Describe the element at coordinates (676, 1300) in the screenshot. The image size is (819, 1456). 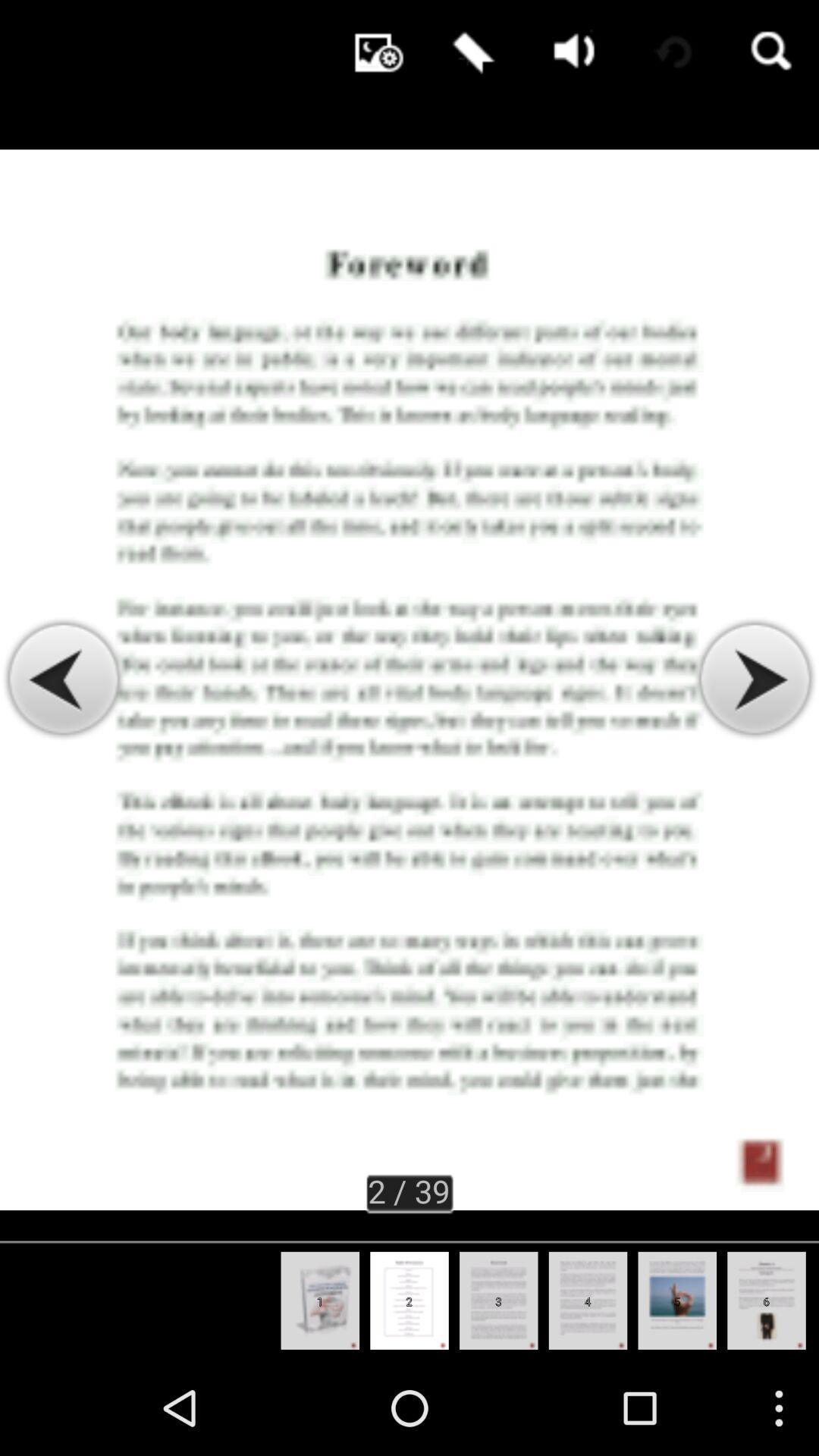
I see `fifth image at bottom` at that location.